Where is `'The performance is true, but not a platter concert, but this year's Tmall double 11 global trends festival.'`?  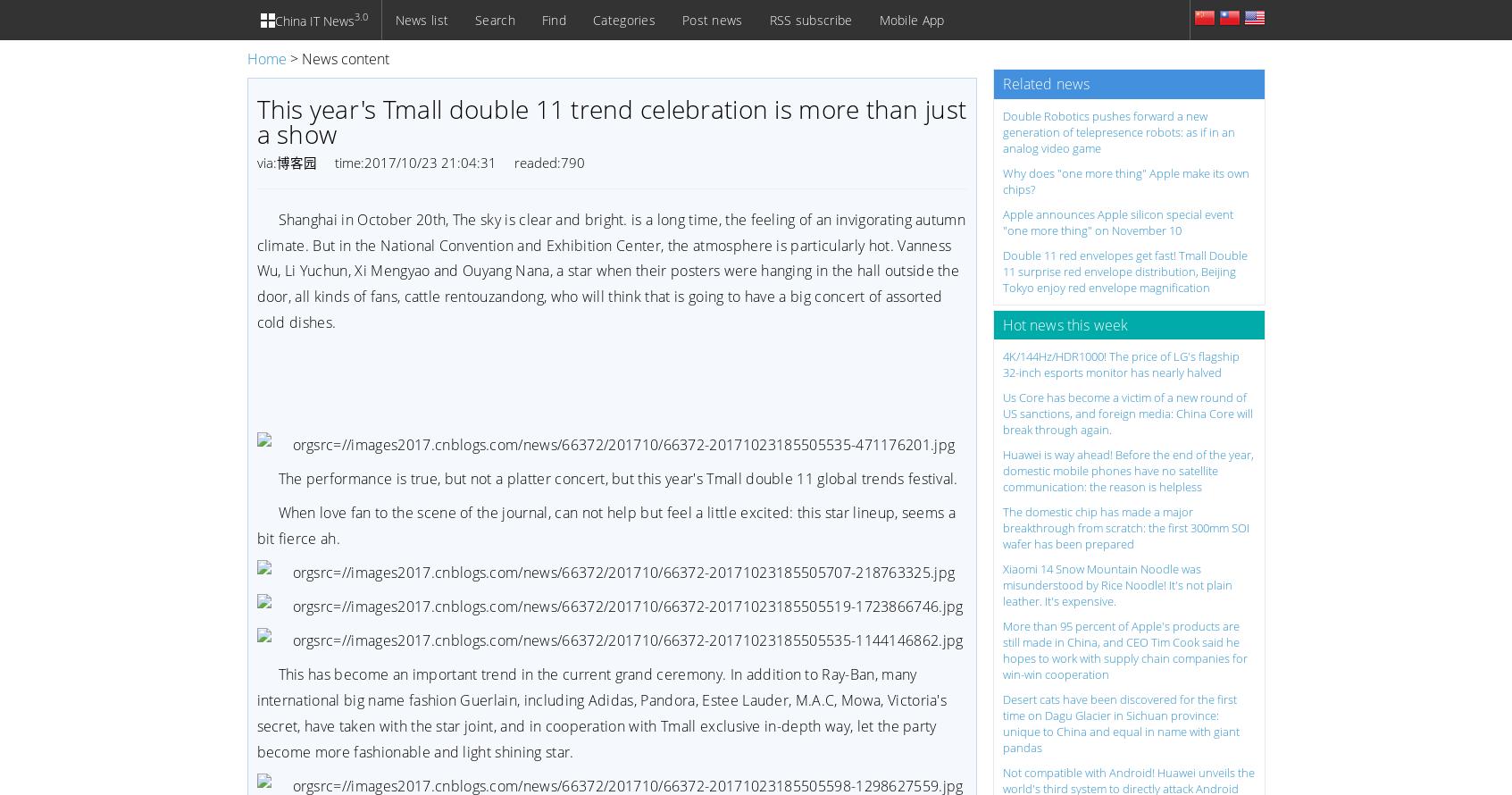 'The performance is true, but not a platter concert, but this year's Tmall double 11 global trends festival.' is located at coordinates (277, 477).